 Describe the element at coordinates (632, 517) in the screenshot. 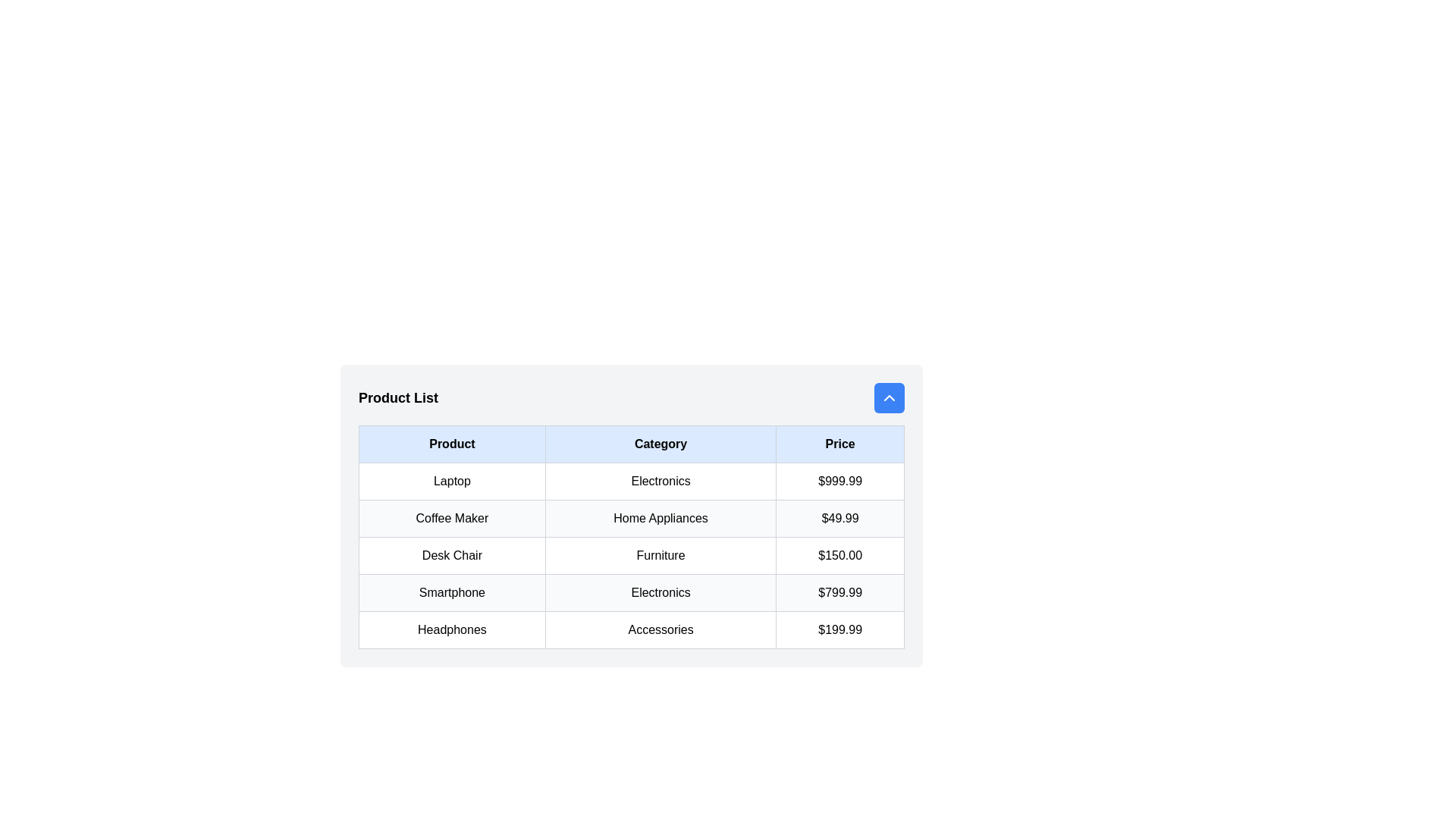

I see `the second row of the product list table, which displays information about a product's name, category, and price, positioned below 'Laptop' and above 'Desk Chair'` at that location.